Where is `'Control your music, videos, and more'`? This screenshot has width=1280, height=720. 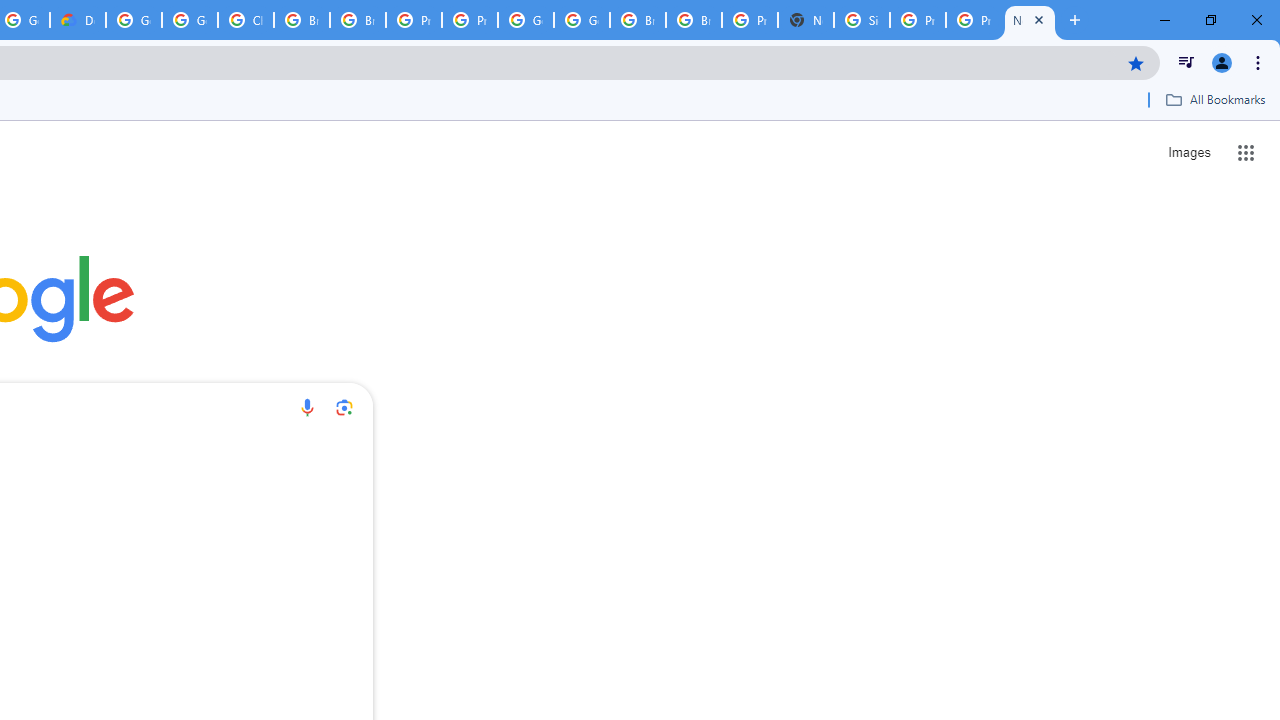
'Control your music, videos, and more' is located at coordinates (1185, 61).